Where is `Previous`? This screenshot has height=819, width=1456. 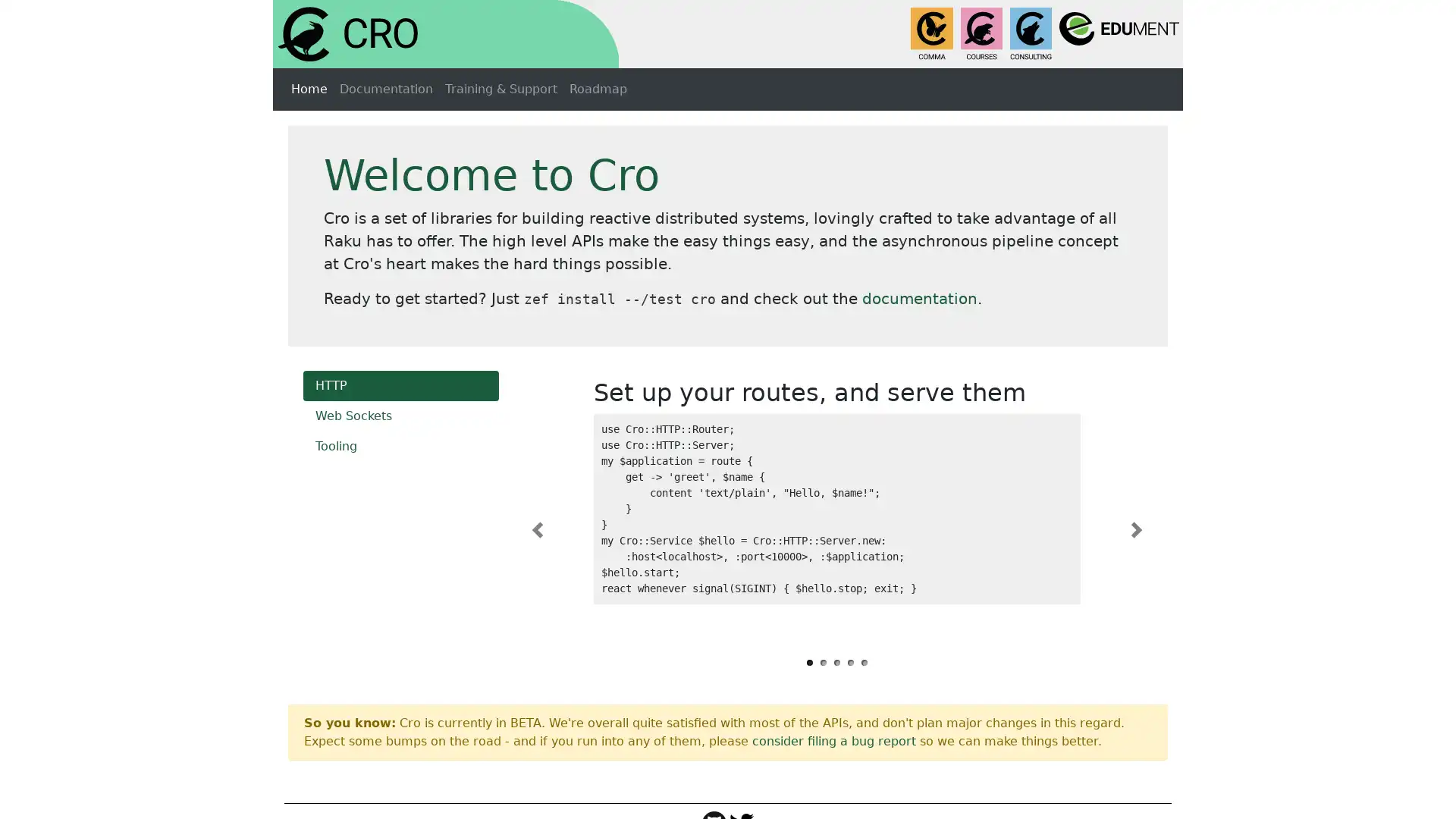
Previous is located at coordinates (537, 529).